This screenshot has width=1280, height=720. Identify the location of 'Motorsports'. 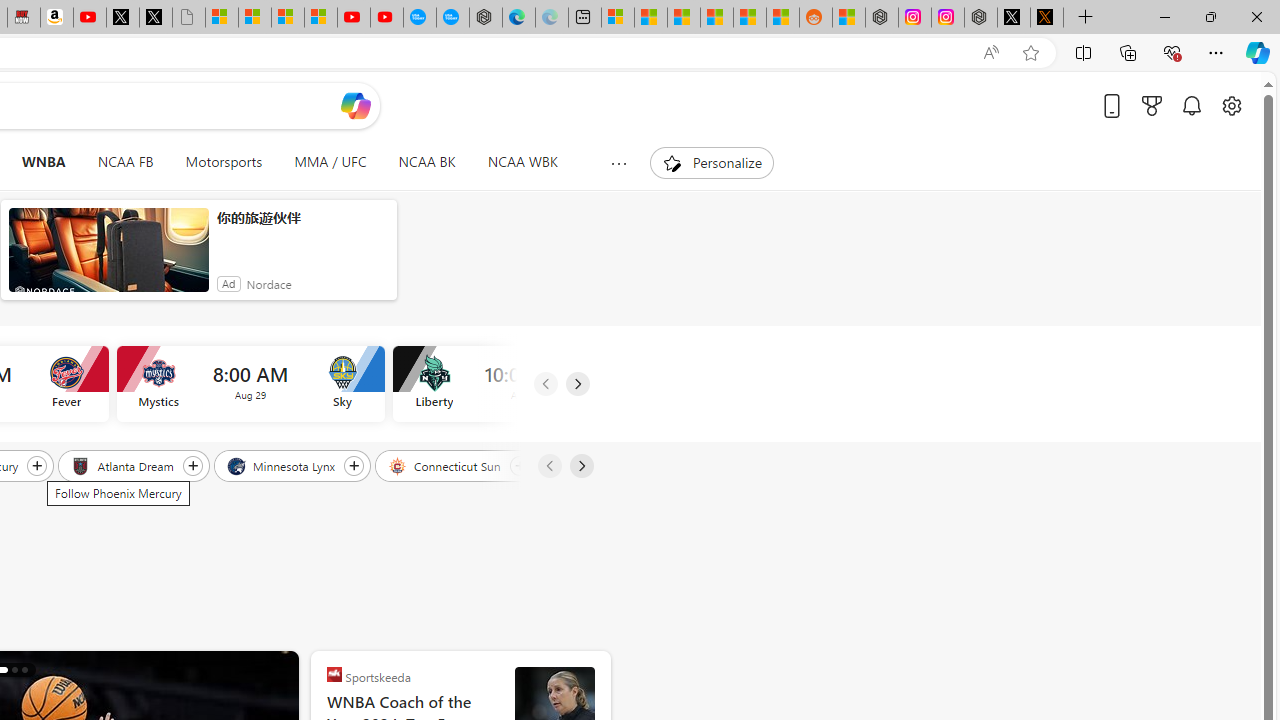
(224, 162).